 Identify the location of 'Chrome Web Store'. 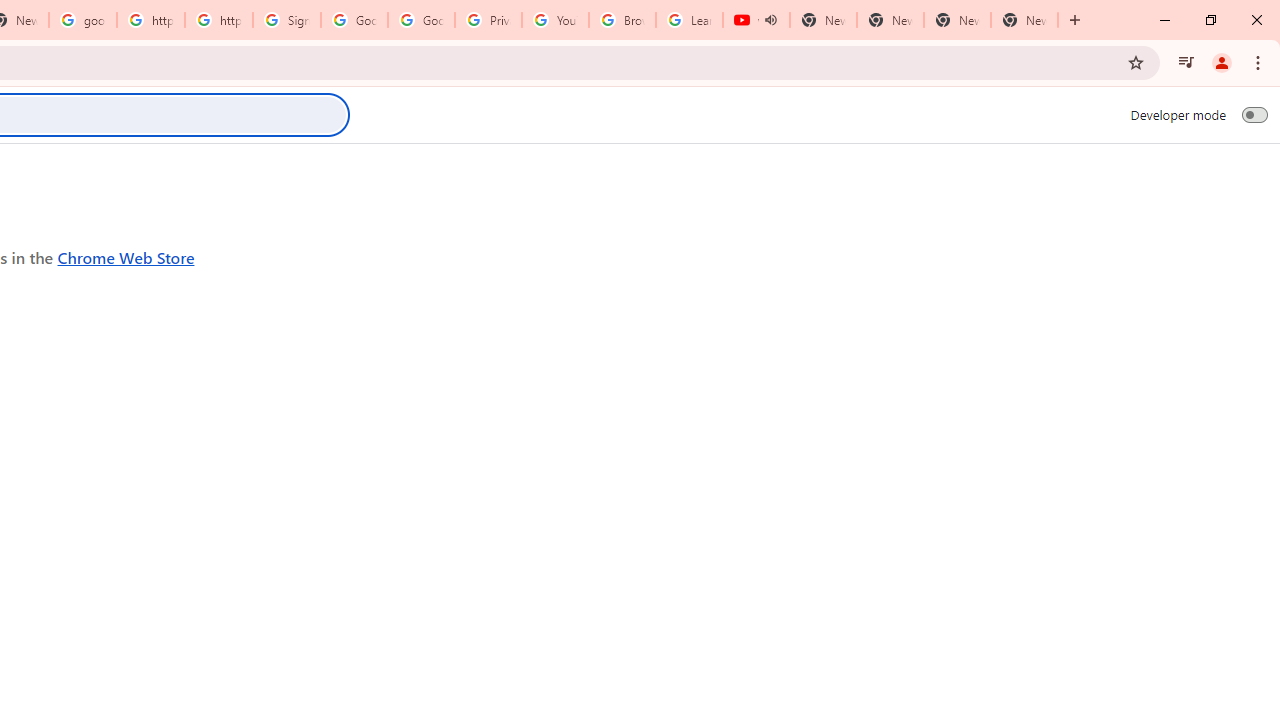
(125, 256).